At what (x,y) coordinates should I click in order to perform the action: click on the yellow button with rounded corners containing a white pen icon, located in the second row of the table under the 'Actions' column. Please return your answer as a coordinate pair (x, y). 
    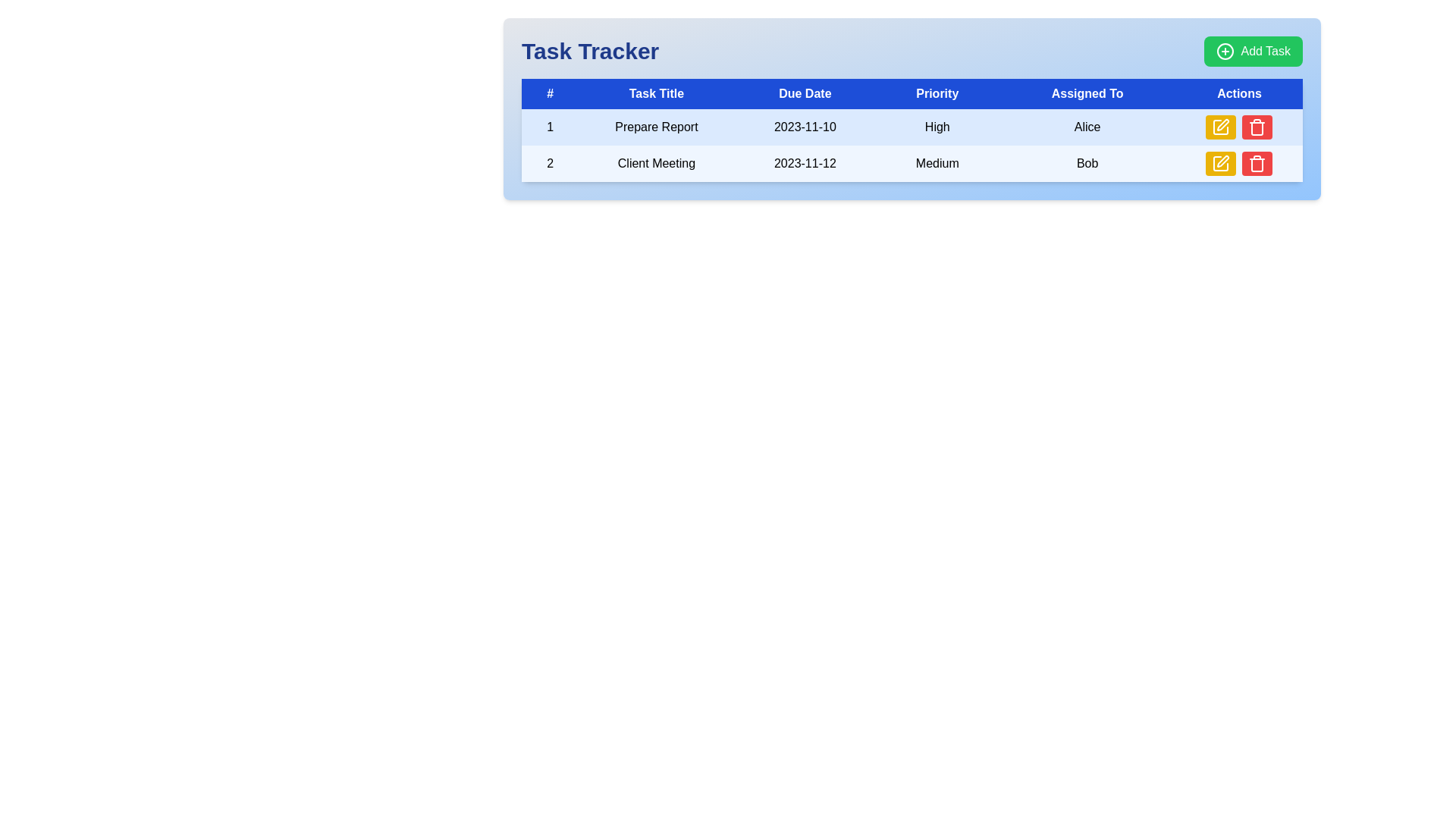
    Looking at the image, I should click on (1220, 164).